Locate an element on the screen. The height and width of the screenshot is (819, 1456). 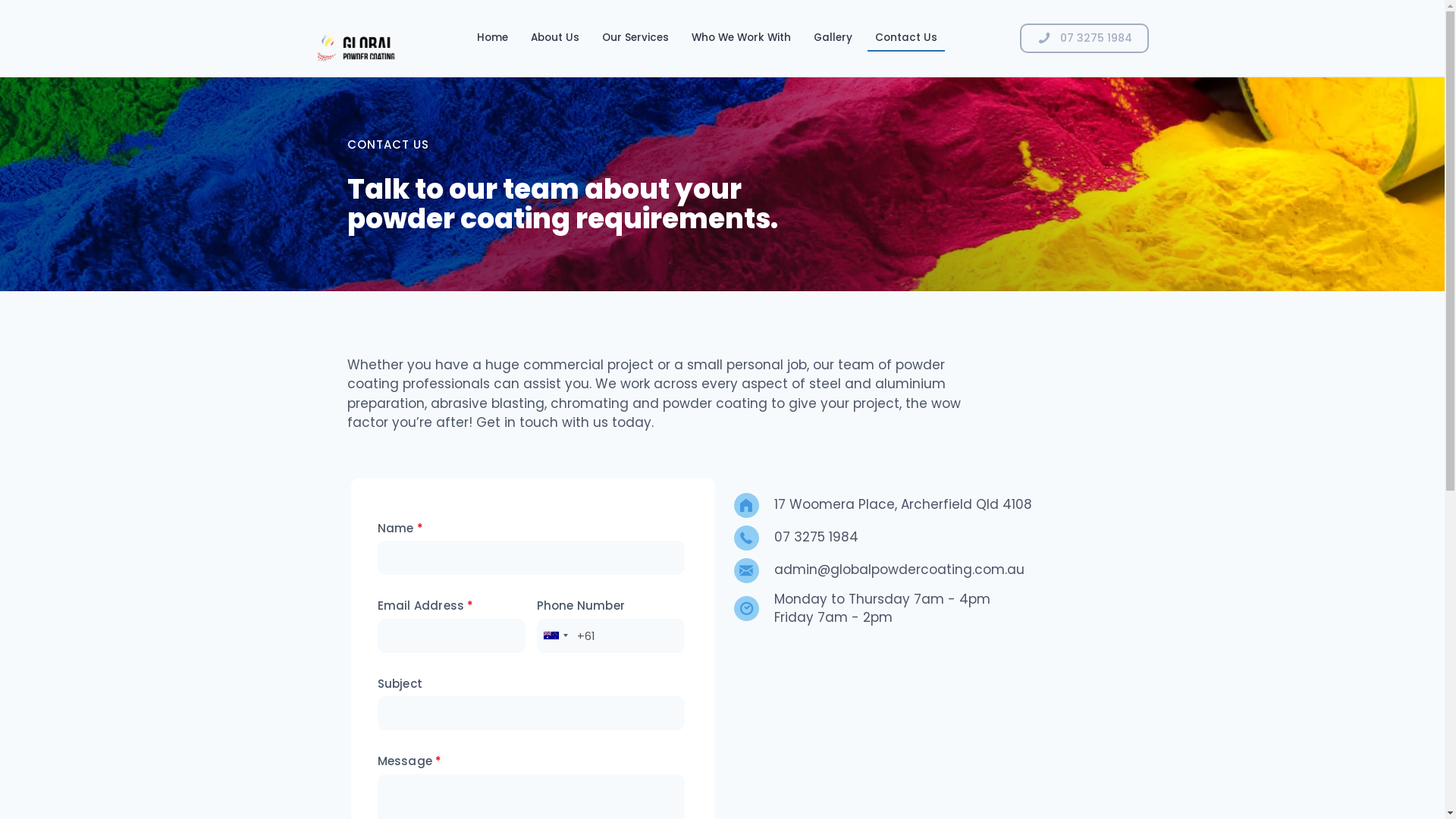
'Our Services' is located at coordinates (635, 37).